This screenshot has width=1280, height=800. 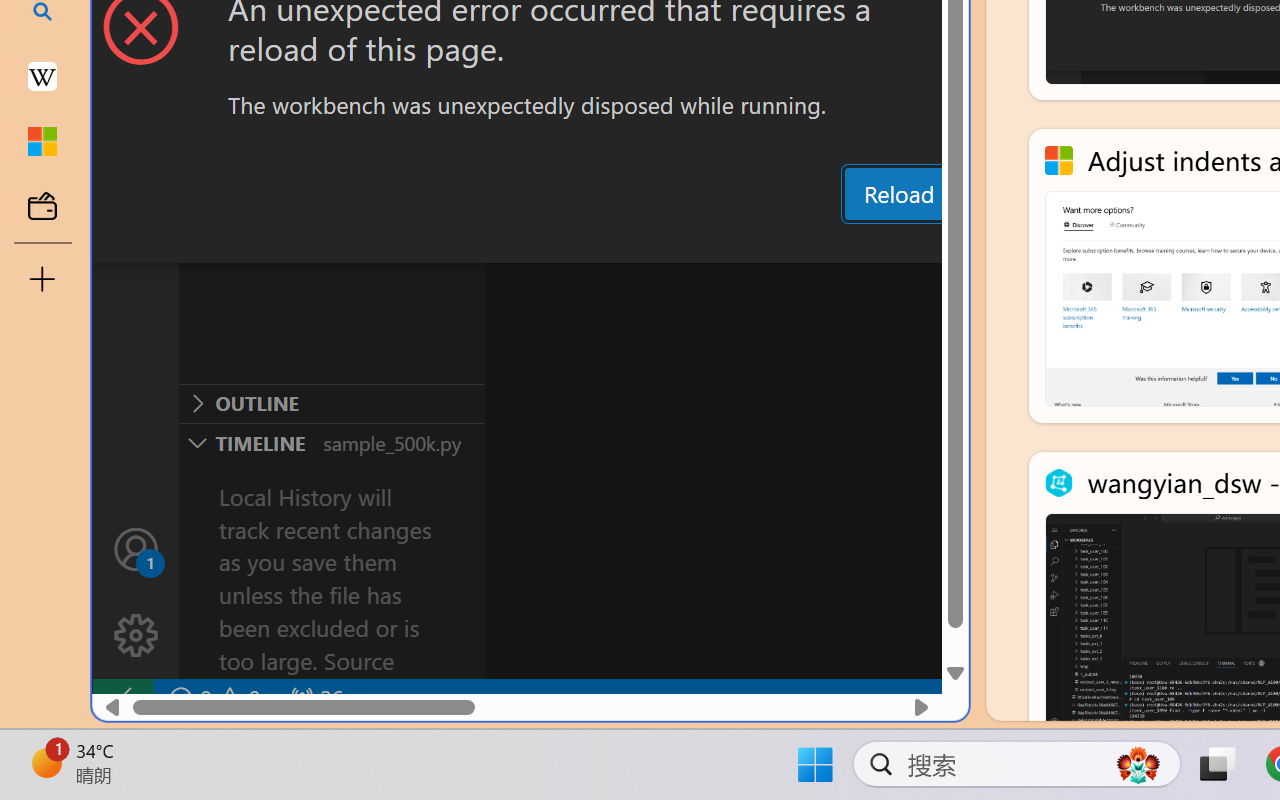 I want to click on 'Reload', so click(x=897, y=192).